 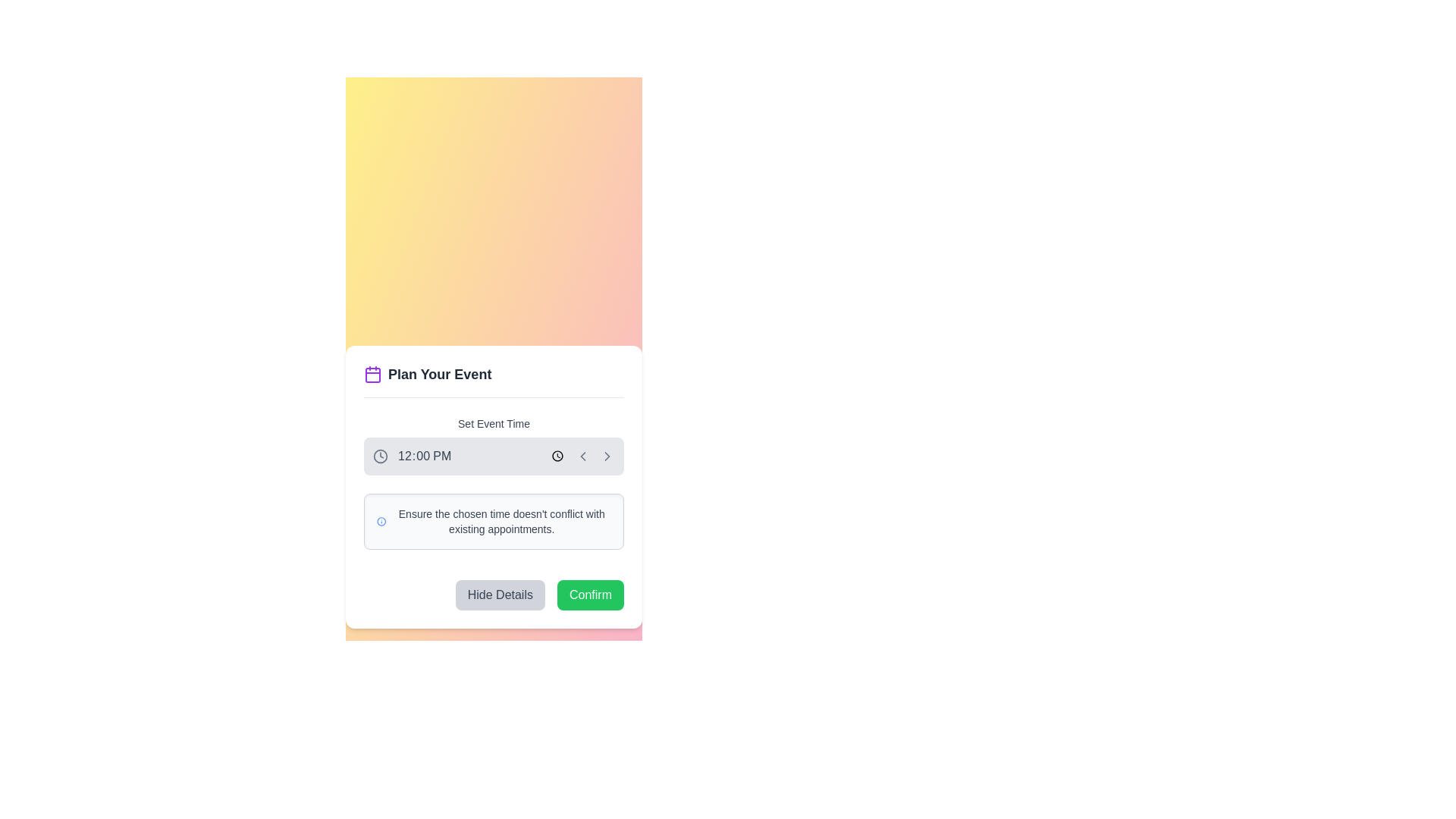 What do you see at coordinates (582, 455) in the screenshot?
I see `the small left-facing chevron icon button, which is positioned to the left of the right-facing chevron icon and is adjacent to the right side of the time input field displaying '12:00 PM', to decrement the time` at bounding box center [582, 455].